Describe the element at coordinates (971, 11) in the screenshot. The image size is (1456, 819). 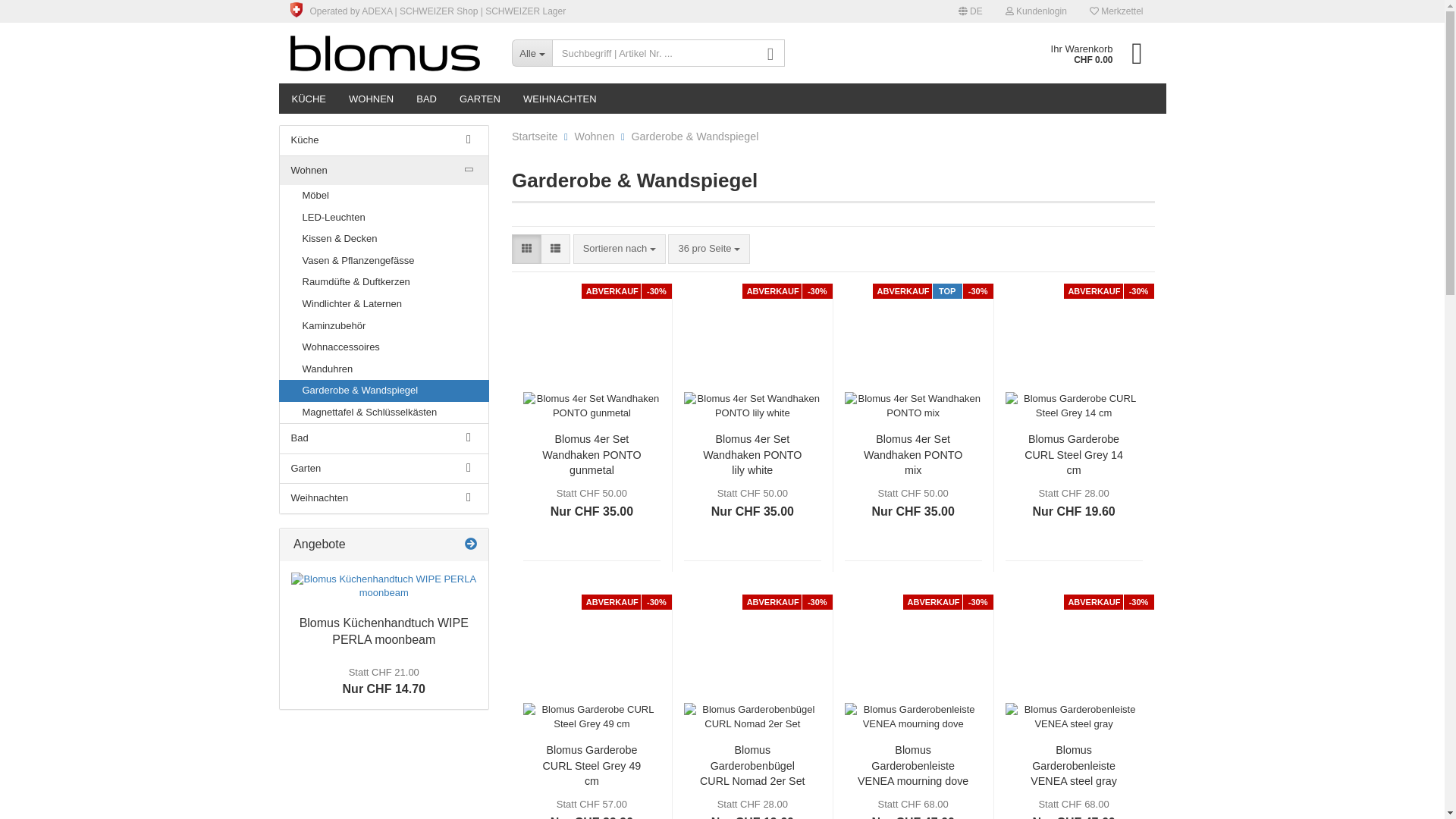
I see `'DE'` at that location.